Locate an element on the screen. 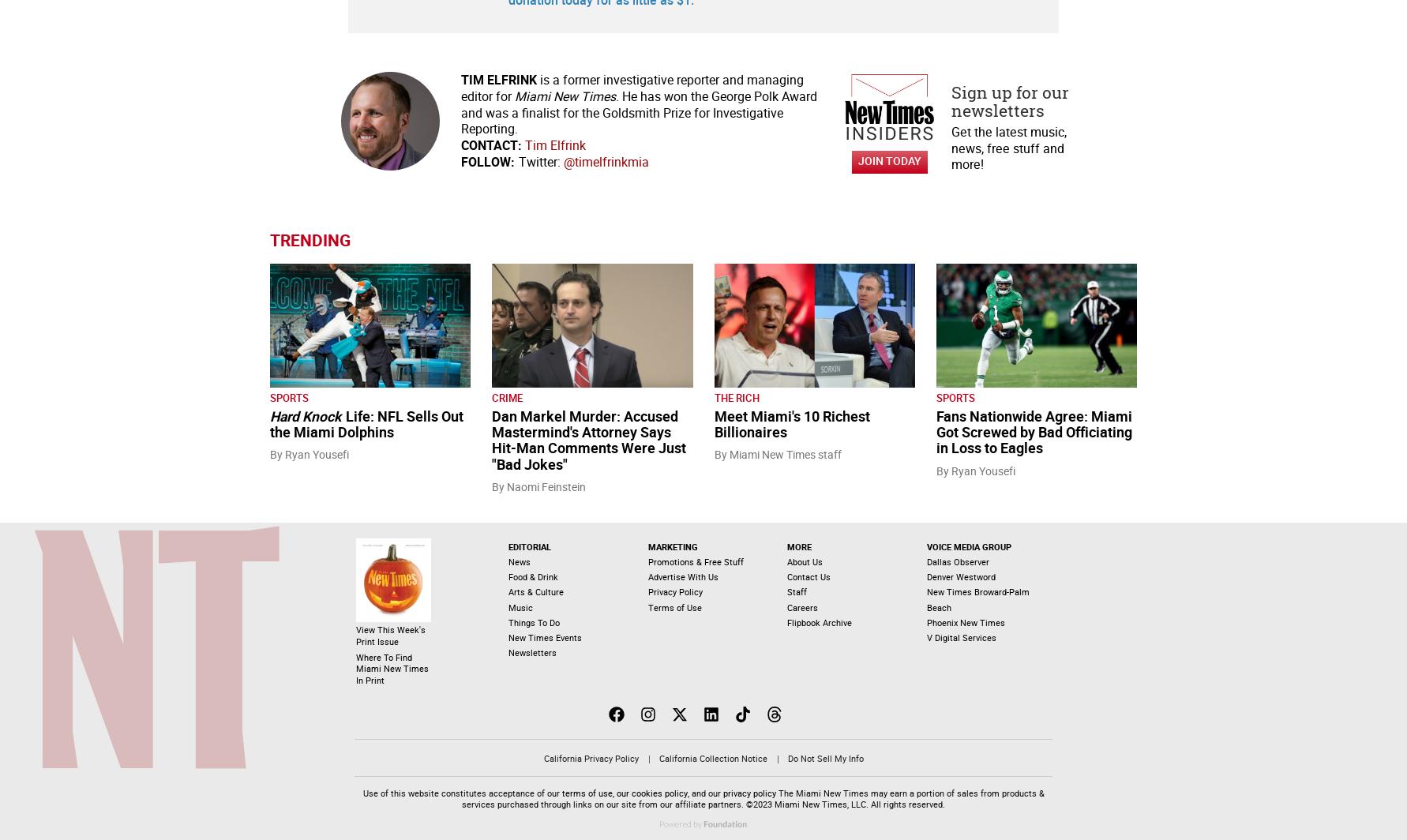  'Careers' is located at coordinates (786, 606).